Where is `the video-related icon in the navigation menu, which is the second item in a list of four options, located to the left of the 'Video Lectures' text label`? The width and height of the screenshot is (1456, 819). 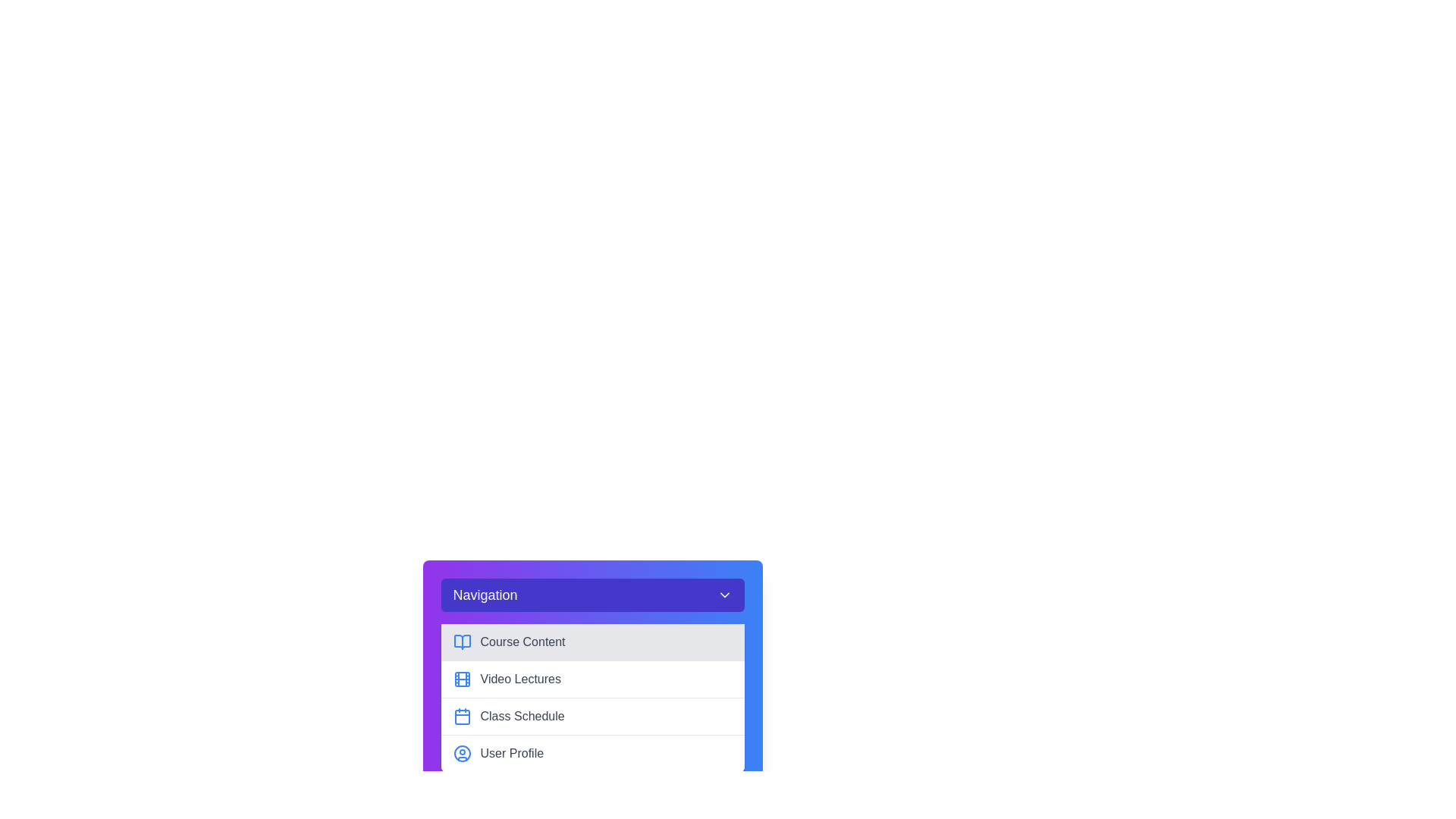 the video-related icon in the navigation menu, which is the second item in a list of four options, located to the left of the 'Video Lectures' text label is located at coordinates (461, 678).